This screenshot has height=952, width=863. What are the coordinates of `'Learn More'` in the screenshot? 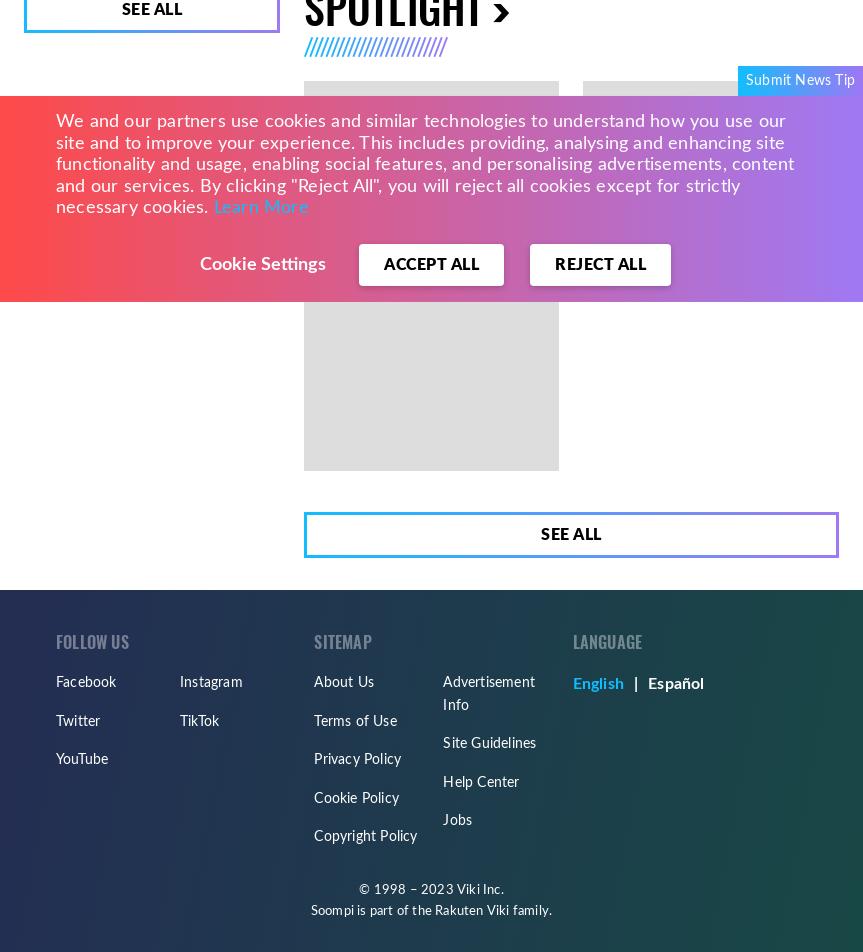 It's located at (259, 208).